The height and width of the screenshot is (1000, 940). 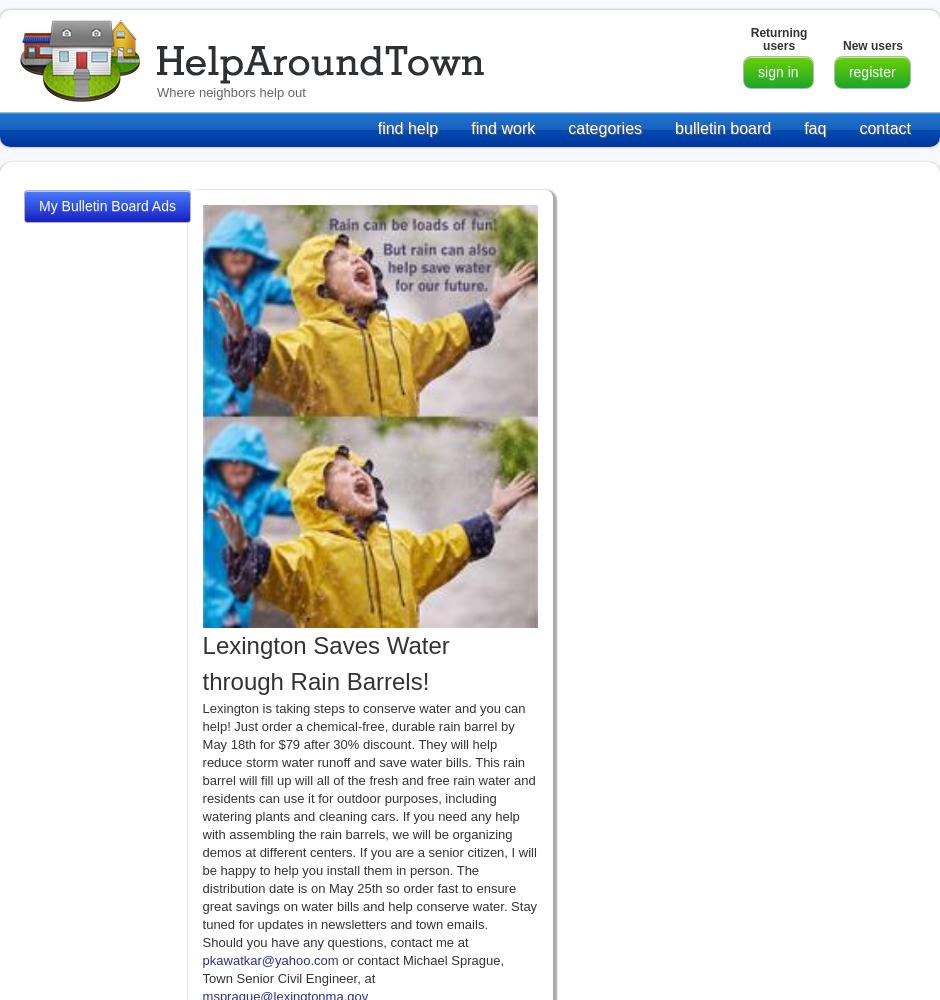 I want to click on 'find work', so click(x=502, y=128).